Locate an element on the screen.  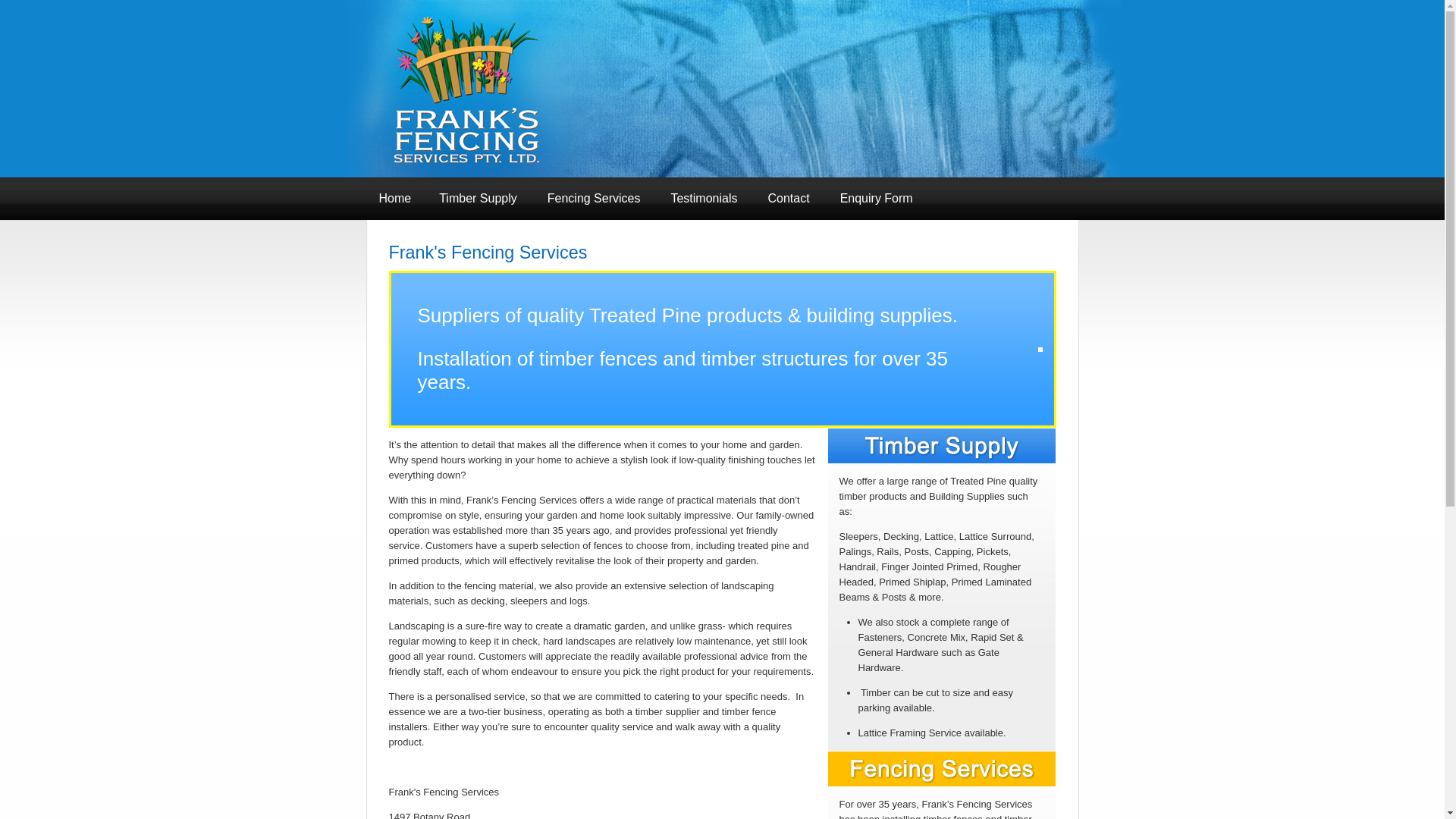
'Testimonials' is located at coordinates (655, 198).